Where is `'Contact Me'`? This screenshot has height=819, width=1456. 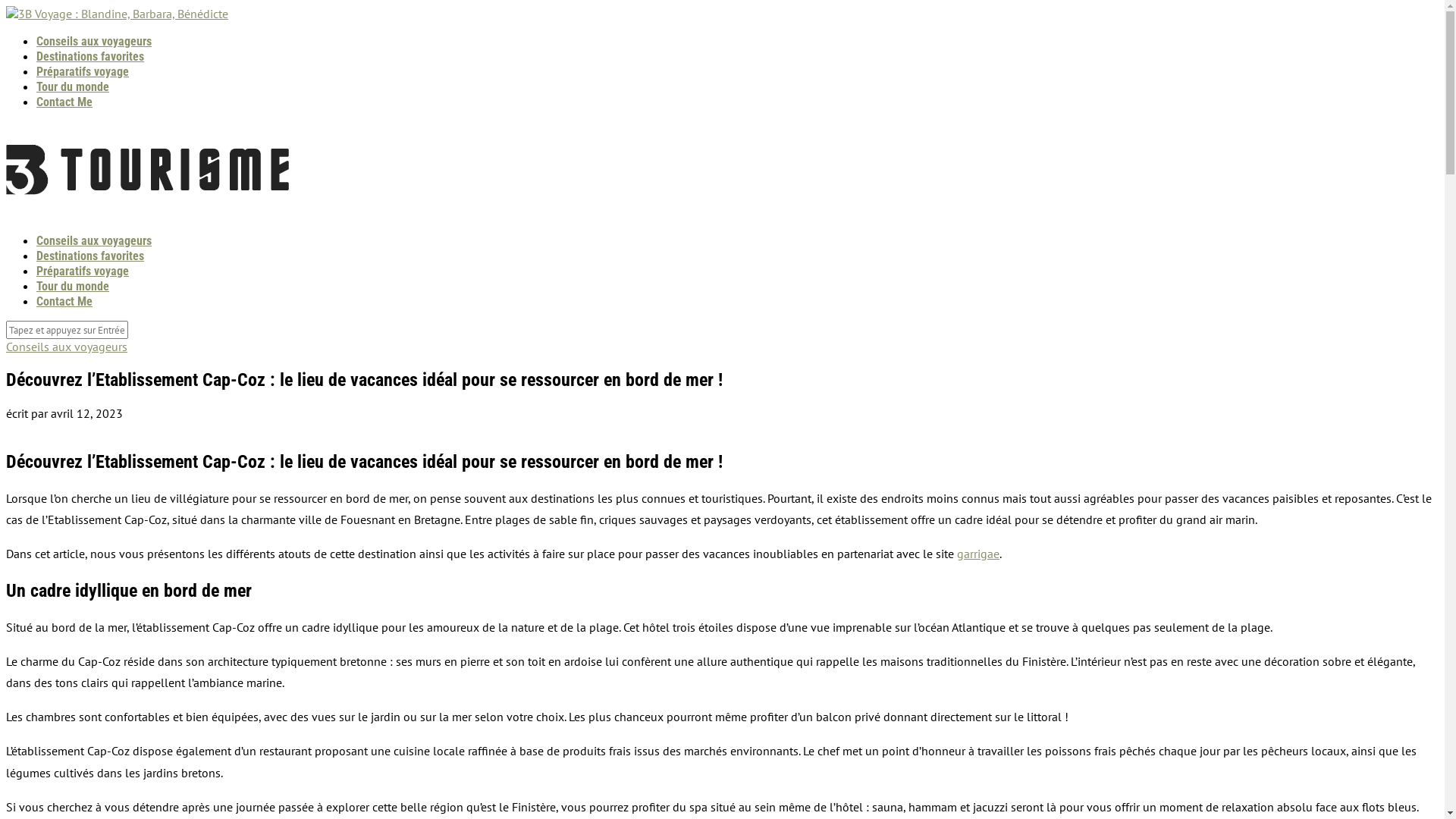
'Contact Me' is located at coordinates (64, 301).